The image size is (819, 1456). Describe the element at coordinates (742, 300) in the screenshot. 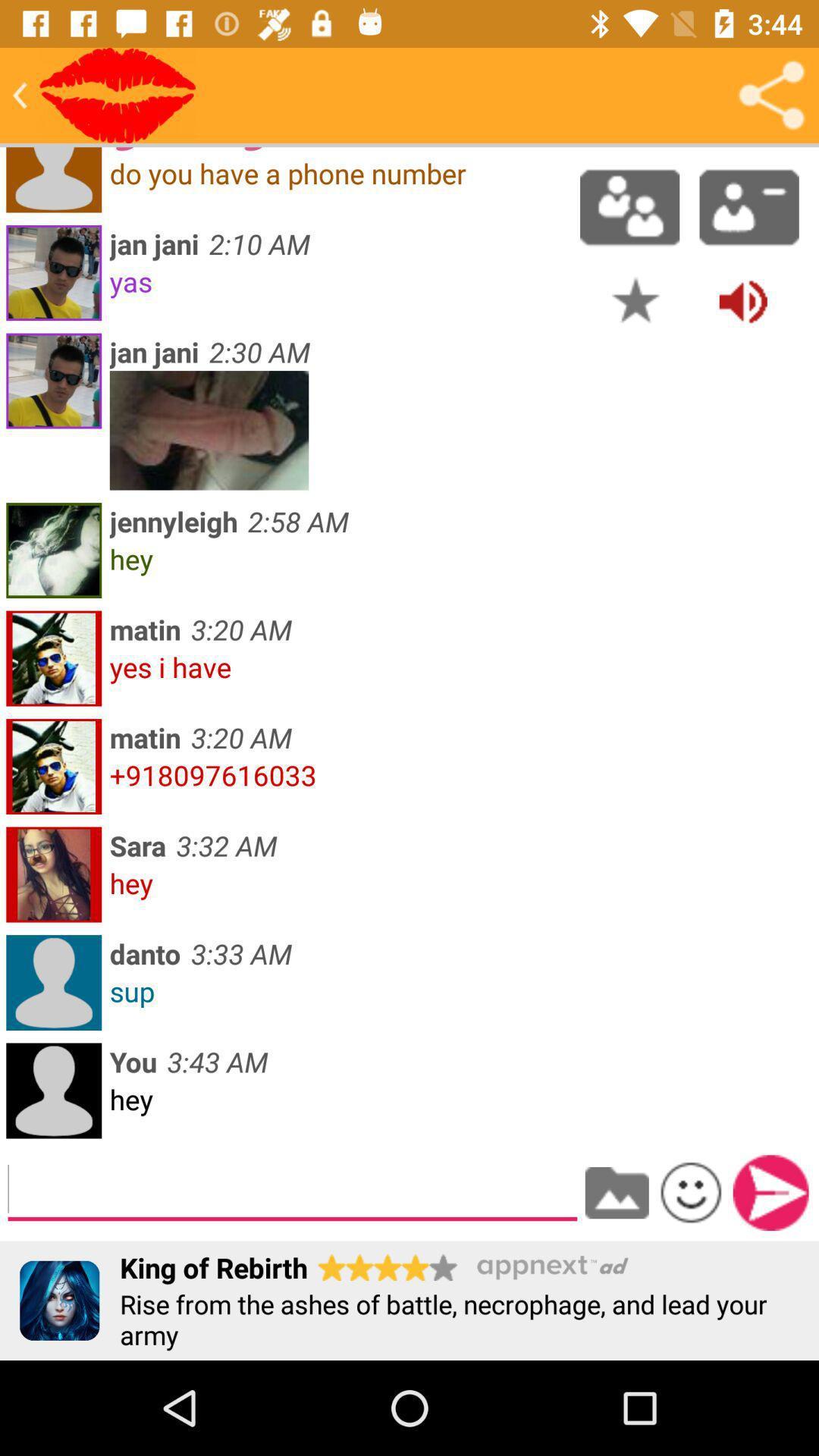

I see `turn volume up` at that location.